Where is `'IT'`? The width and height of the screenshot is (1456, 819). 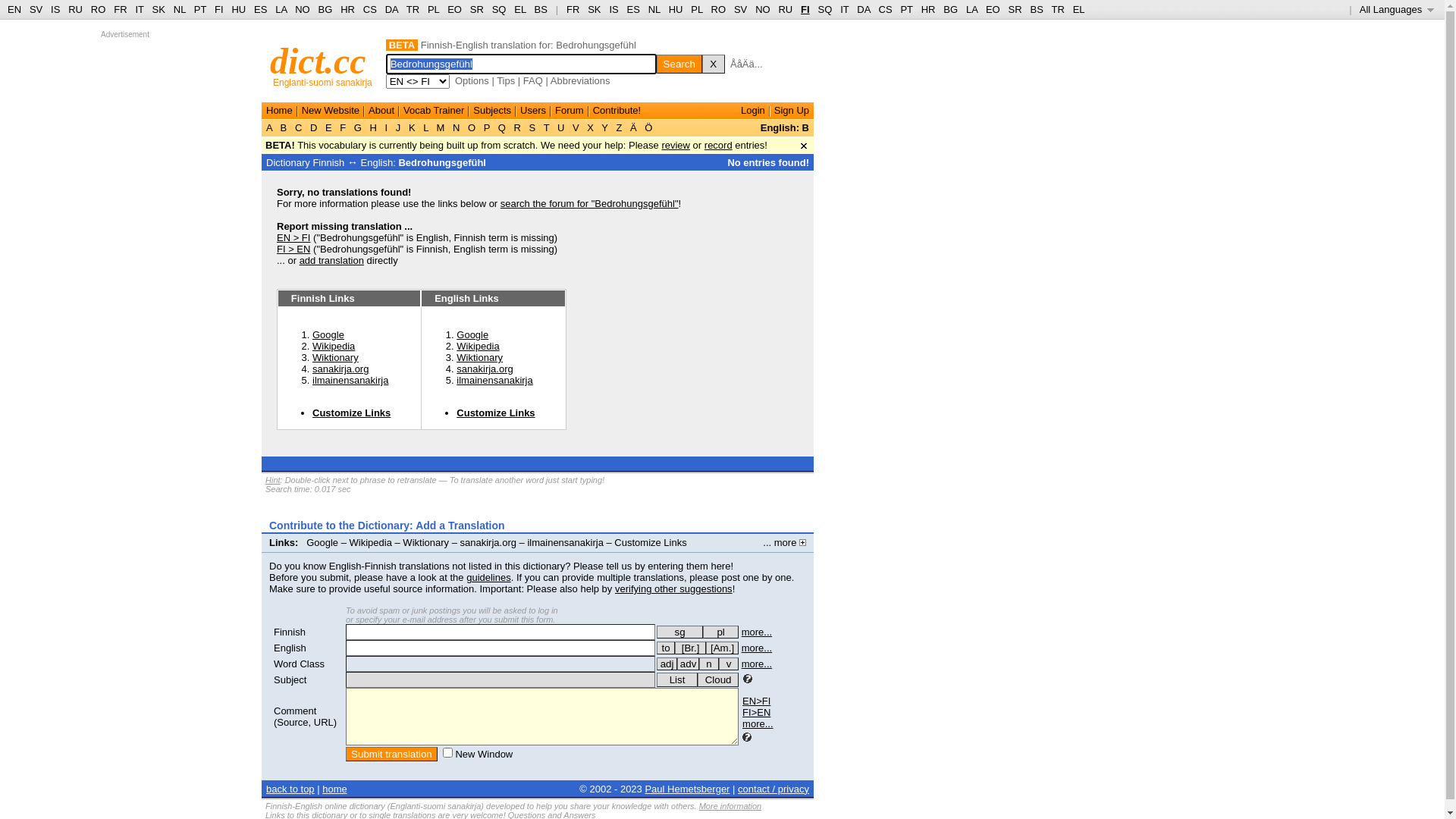 'IT' is located at coordinates (139, 9).